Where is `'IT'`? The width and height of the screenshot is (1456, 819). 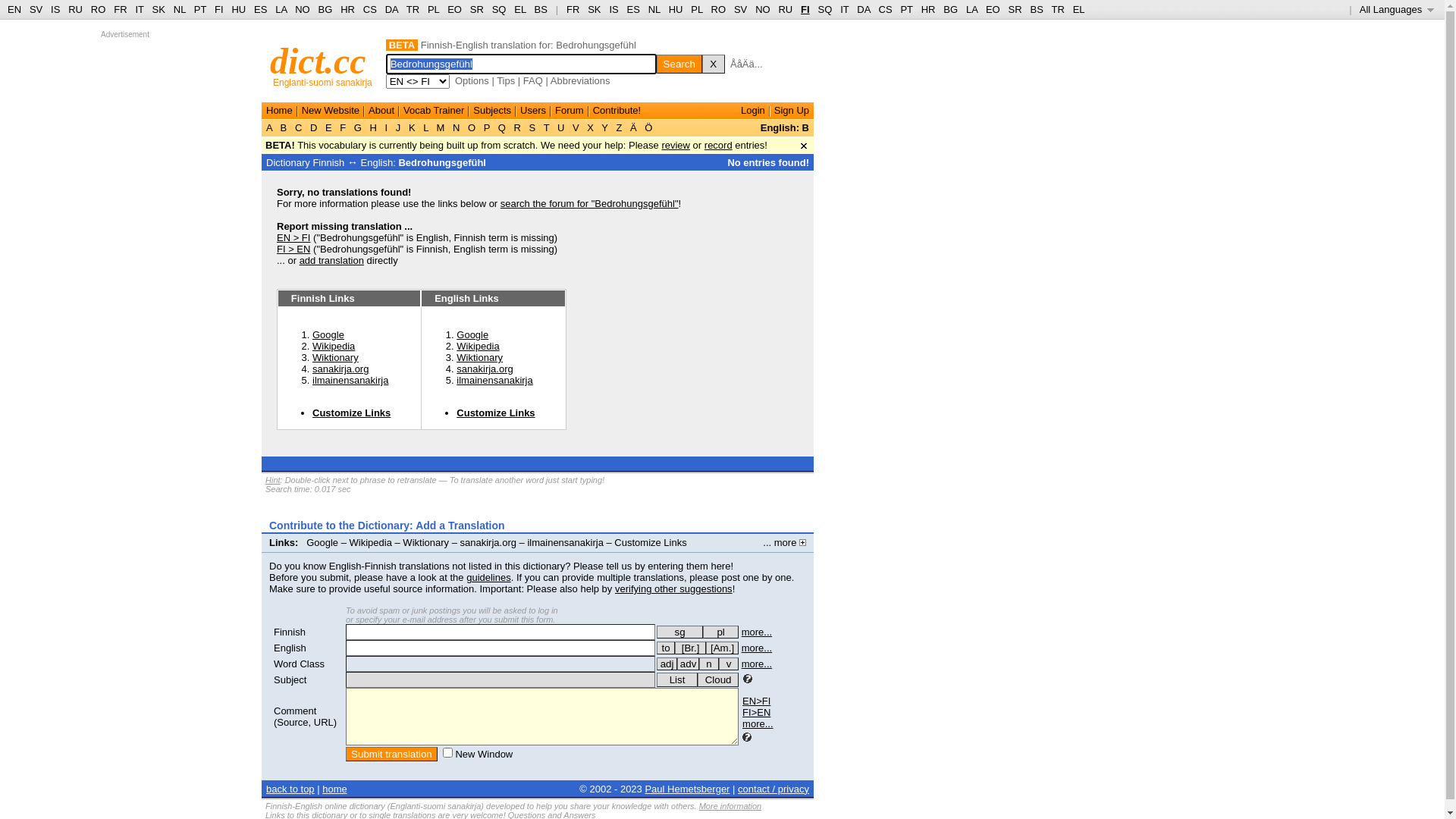 'IT' is located at coordinates (139, 9).